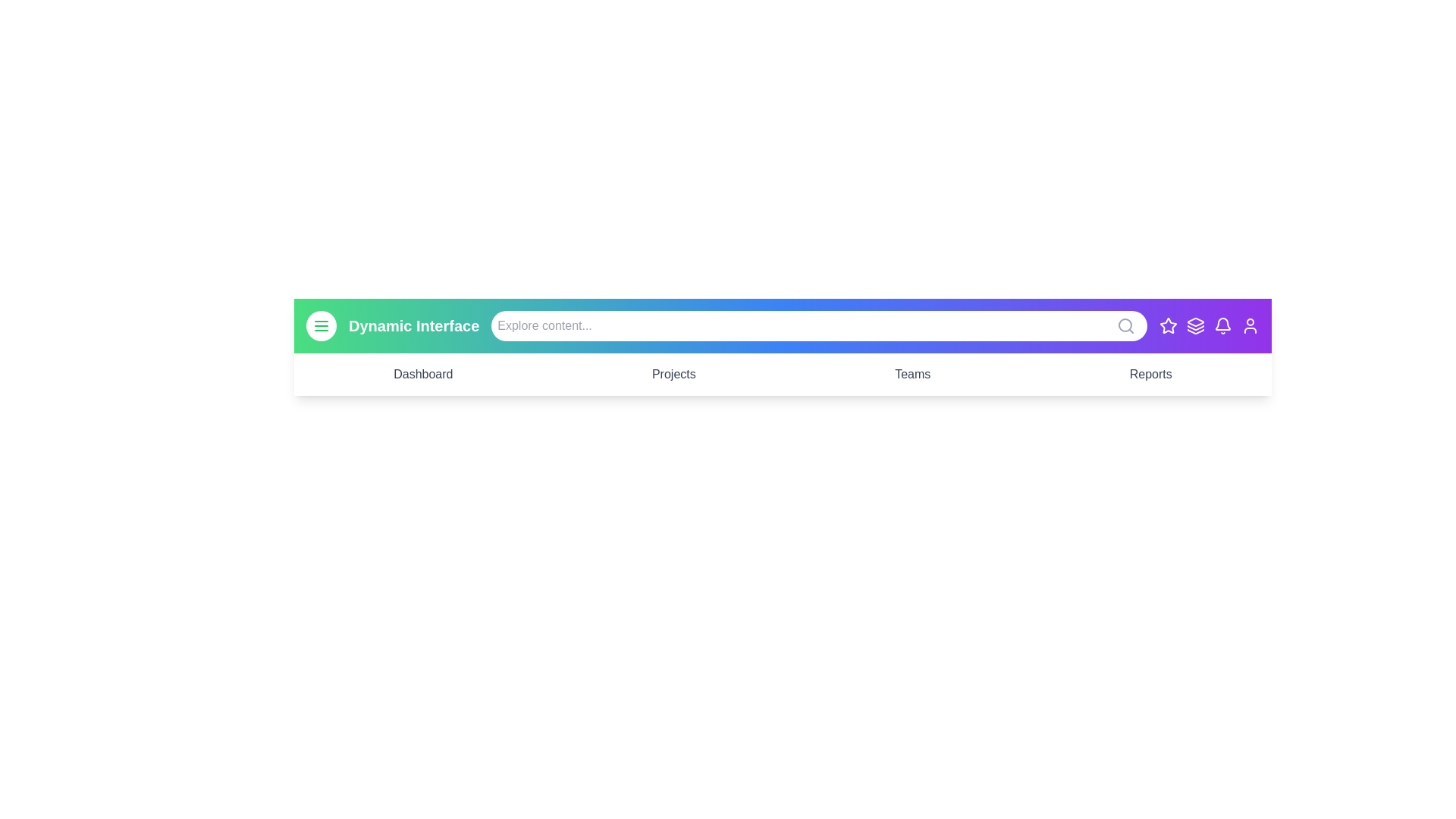 The image size is (1456, 819). Describe the element at coordinates (1195, 325) in the screenshot. I see `the Layers icon to perform its associated action` at that location.